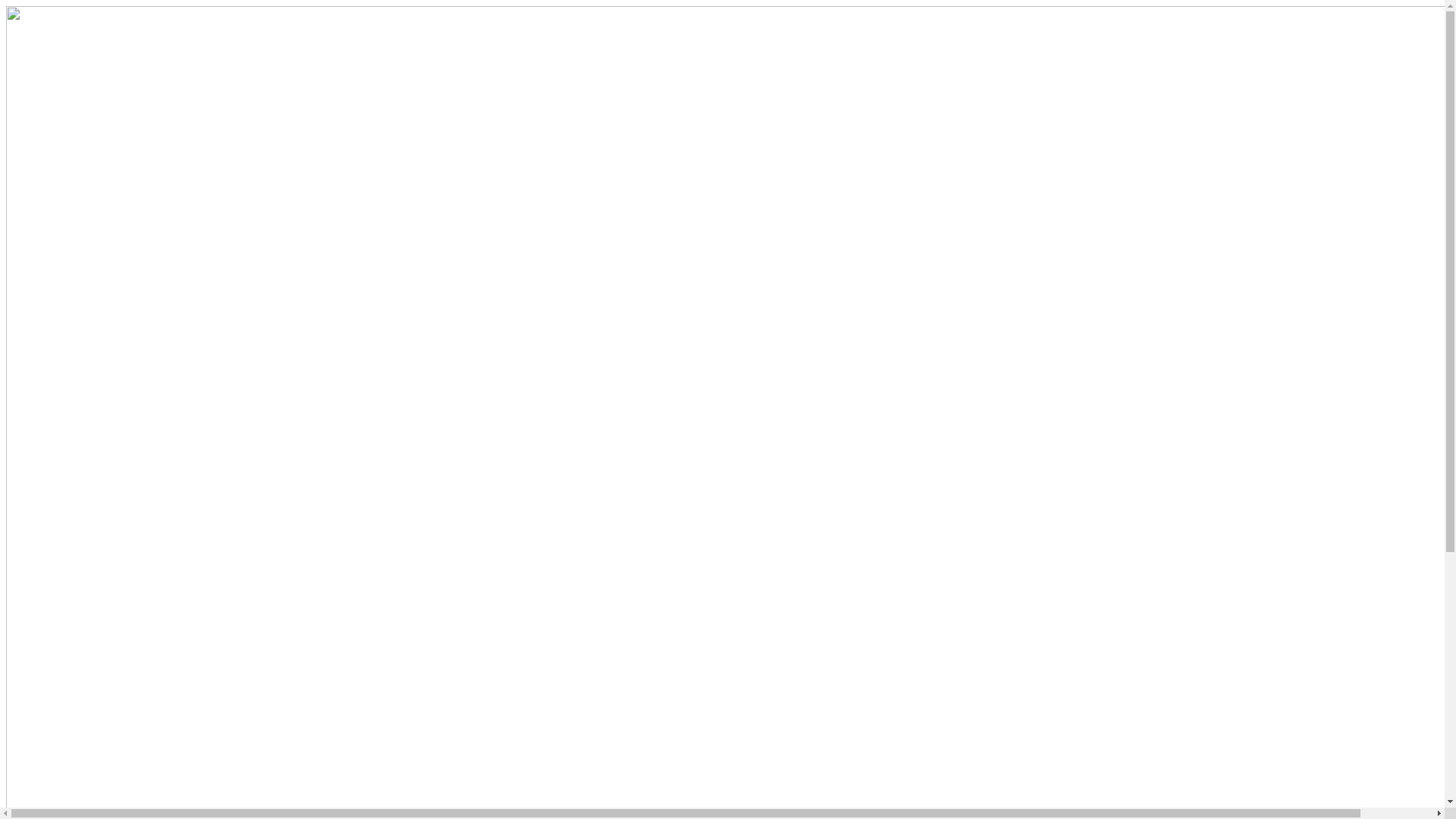 The image size is (1456, 819). What do you see at coordinates (5, 5) in the screenshot?
I see `'Skip to content'` at bounding box center [5, 5].